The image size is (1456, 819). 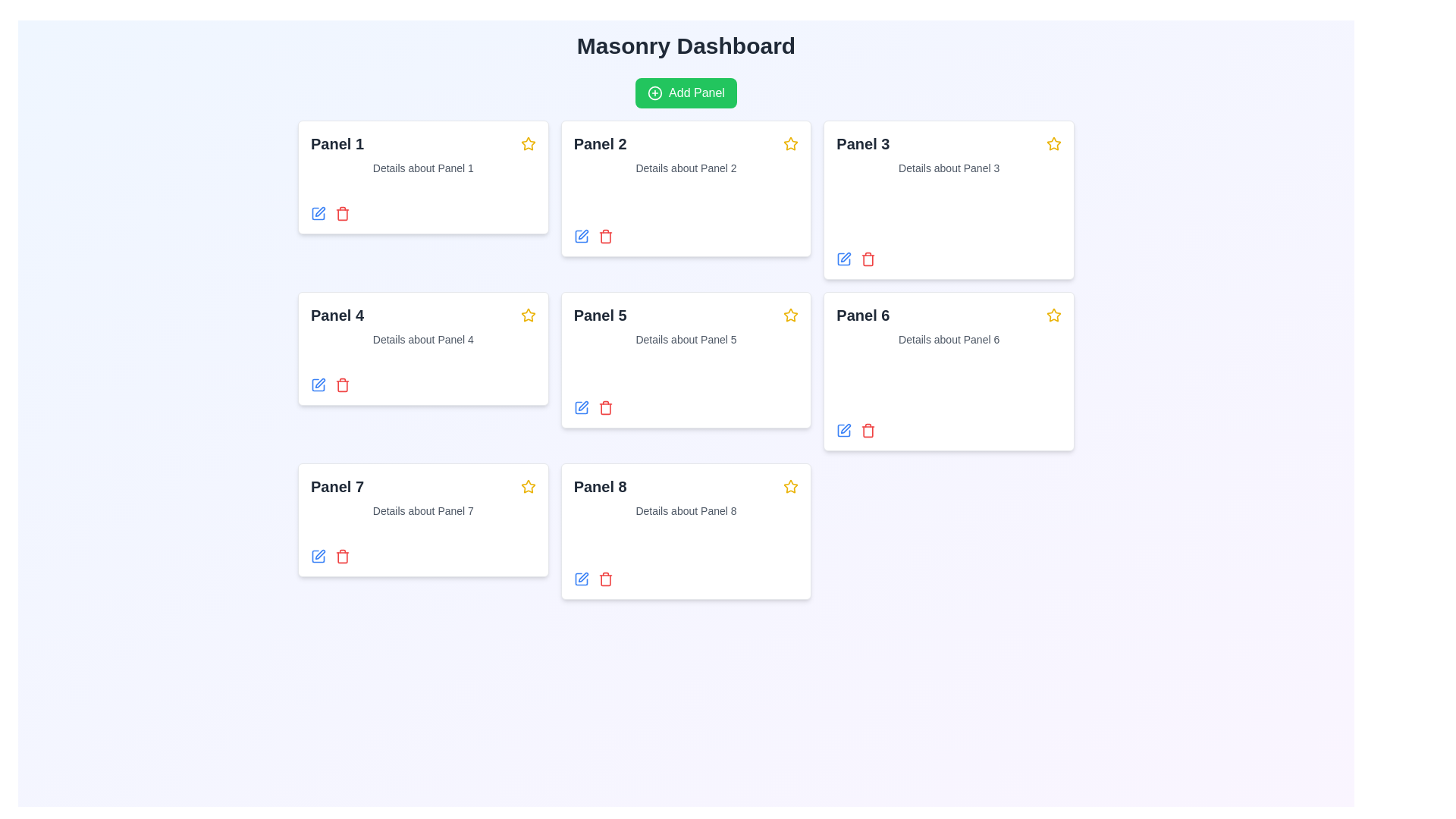 I want to click on text from the label that identifies the panel as 'Panel 2', which is positioned to the left of a star icon in the second panel of the first row in the grid layout, so click(x=599, y=143).